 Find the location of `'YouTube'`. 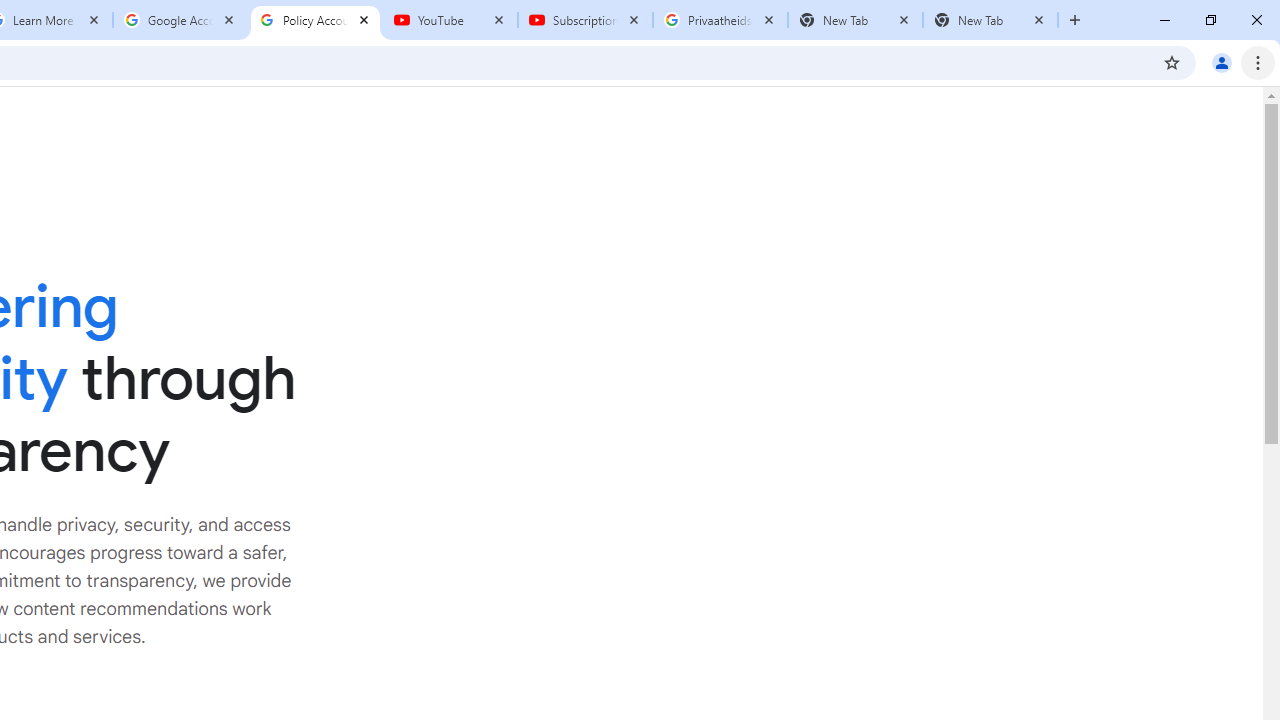

'YouTube' is located at coordinates (449, 20).